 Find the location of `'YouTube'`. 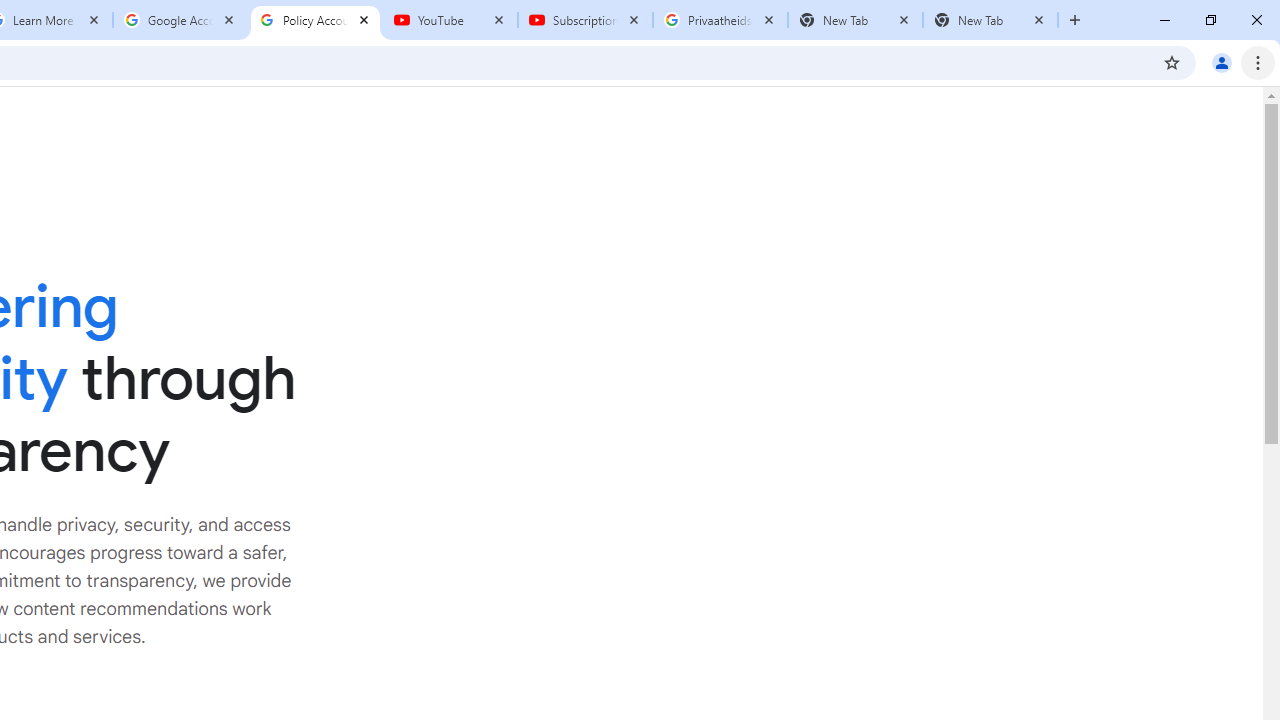

'YouTube' is located at coordinates (449, 20).